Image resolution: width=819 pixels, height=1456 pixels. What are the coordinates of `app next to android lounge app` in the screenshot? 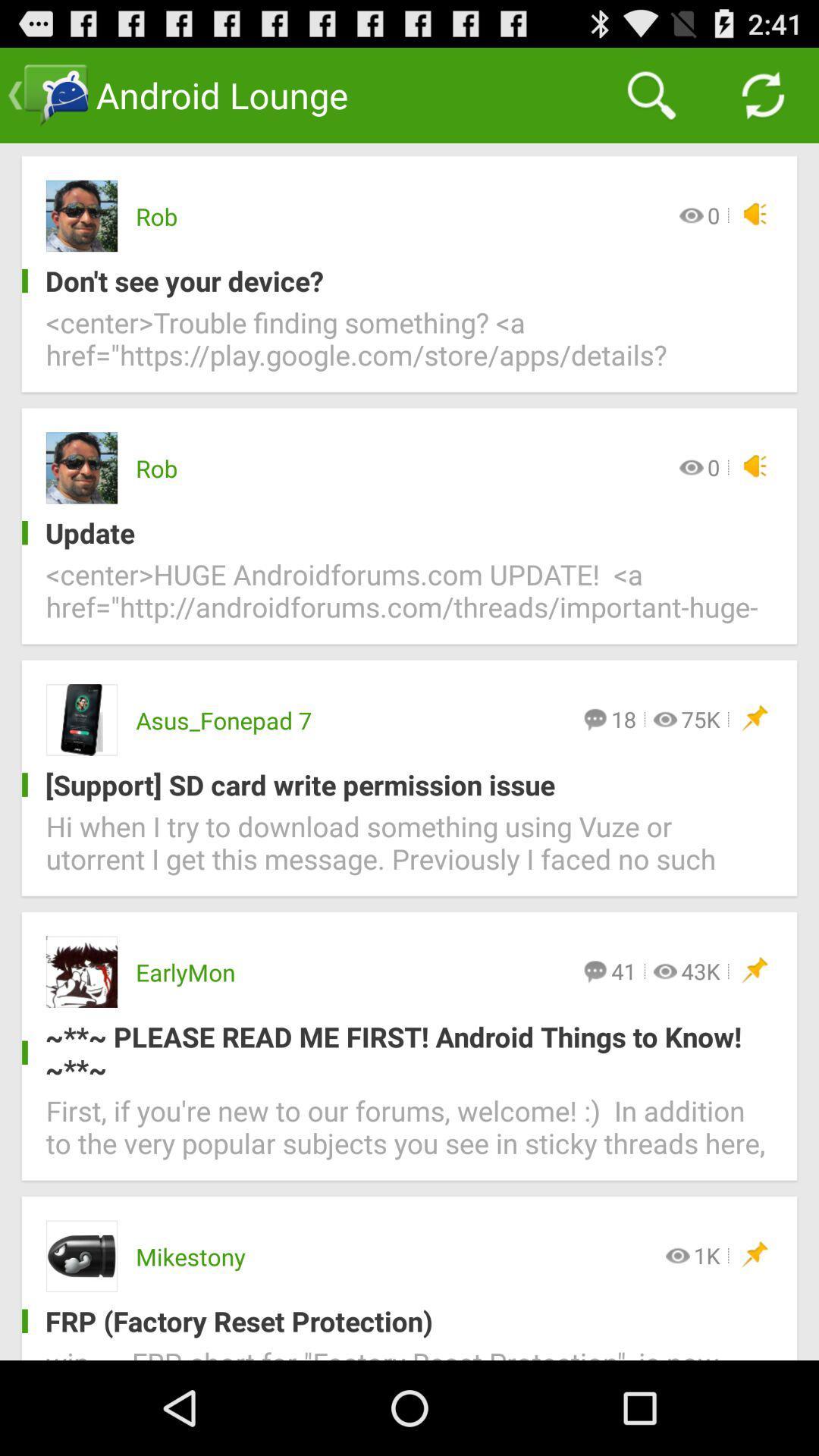 It's located at (651, 94).